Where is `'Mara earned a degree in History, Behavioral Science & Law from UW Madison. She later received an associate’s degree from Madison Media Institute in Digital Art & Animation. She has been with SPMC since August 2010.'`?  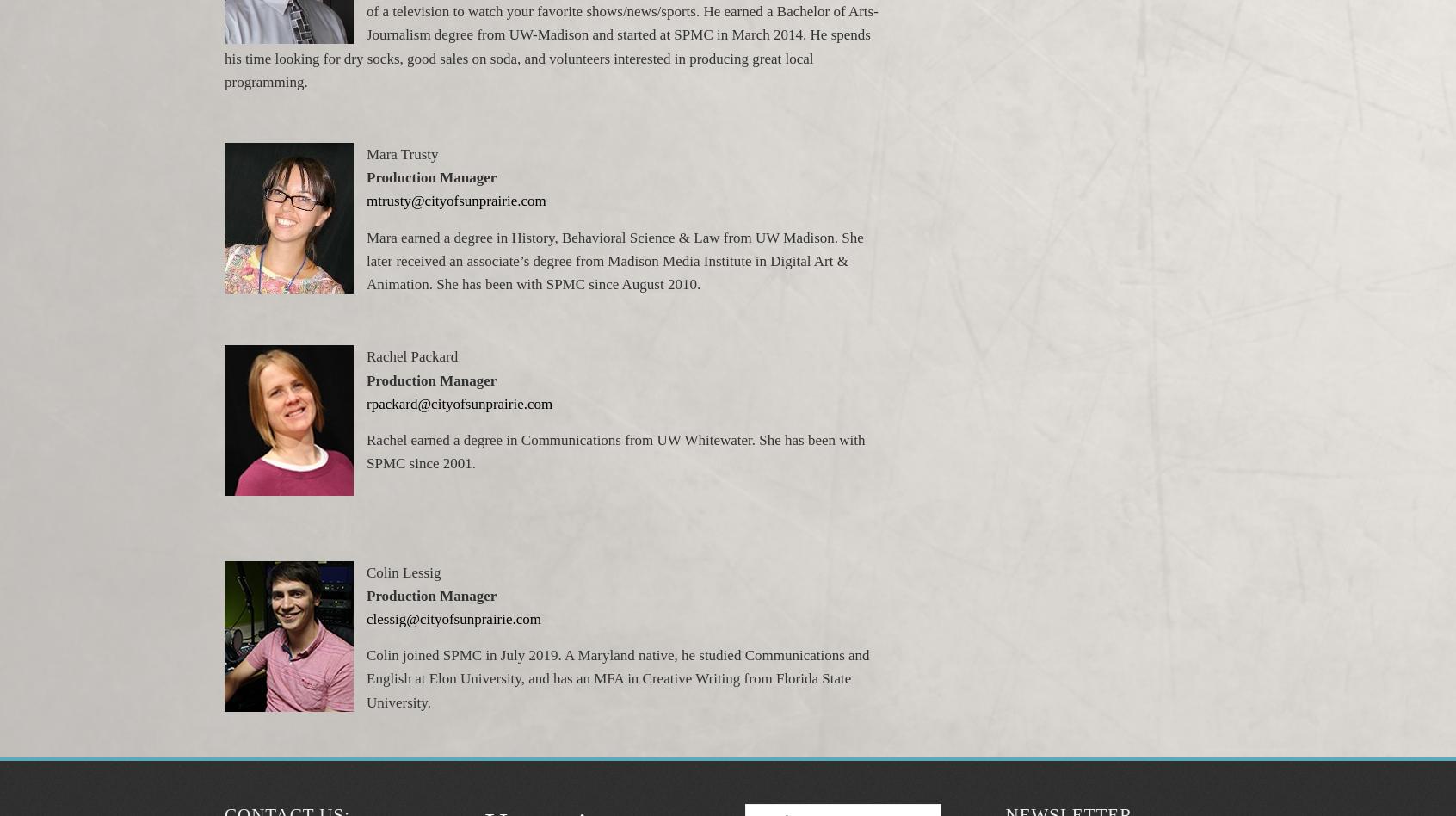 'Mara earned a degree in History, Behavioral Science & Law from UW Madison. She later received an associate’s degree from Madison Media Institute in Digital Art & Animation. She has been with SPMC since August 2010.' is located at coordinates (614, 260).